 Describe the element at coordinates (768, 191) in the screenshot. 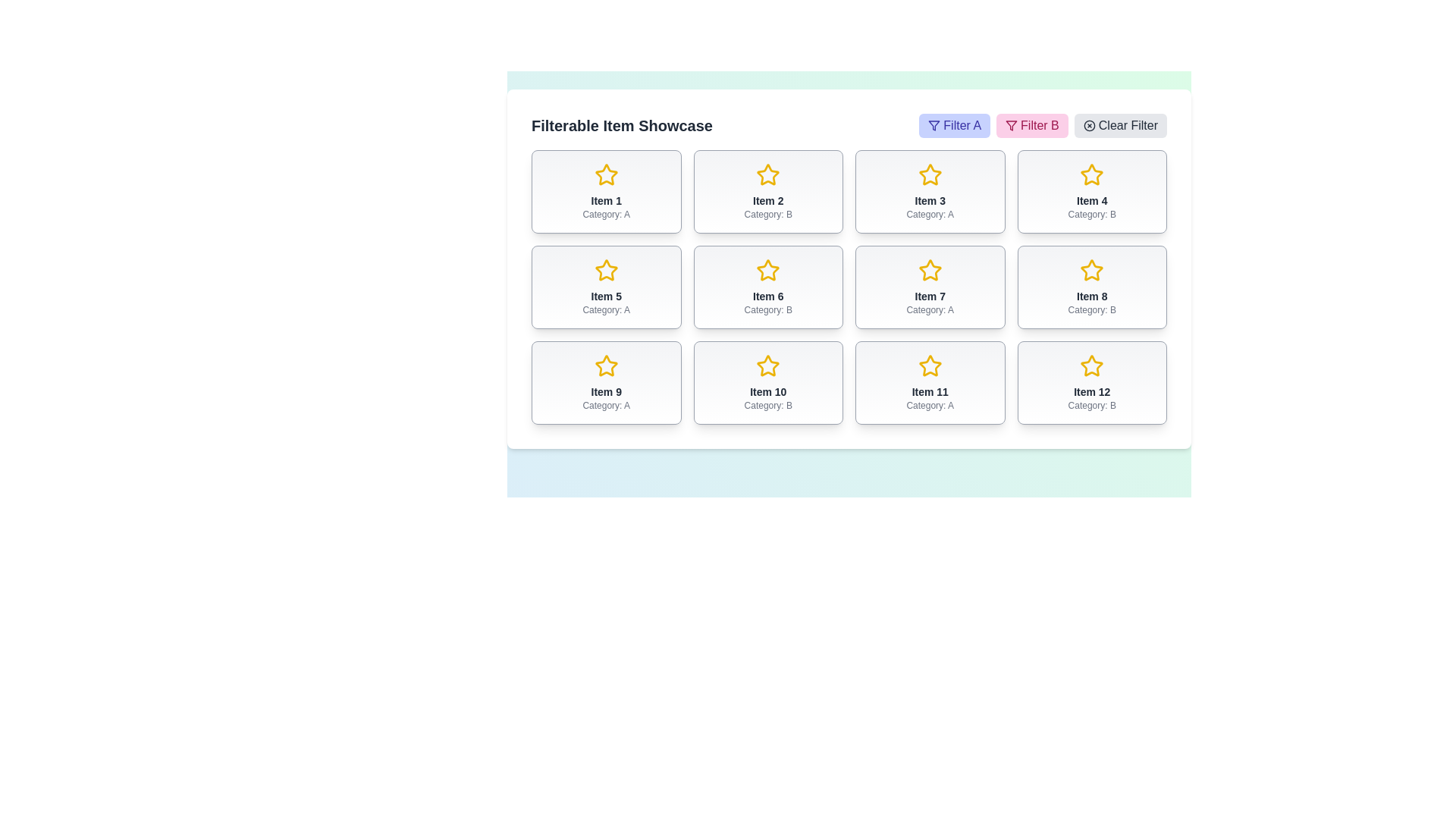

I see `attributes of the second Card component in the grid layout, which displays the item's name and category` at that location.